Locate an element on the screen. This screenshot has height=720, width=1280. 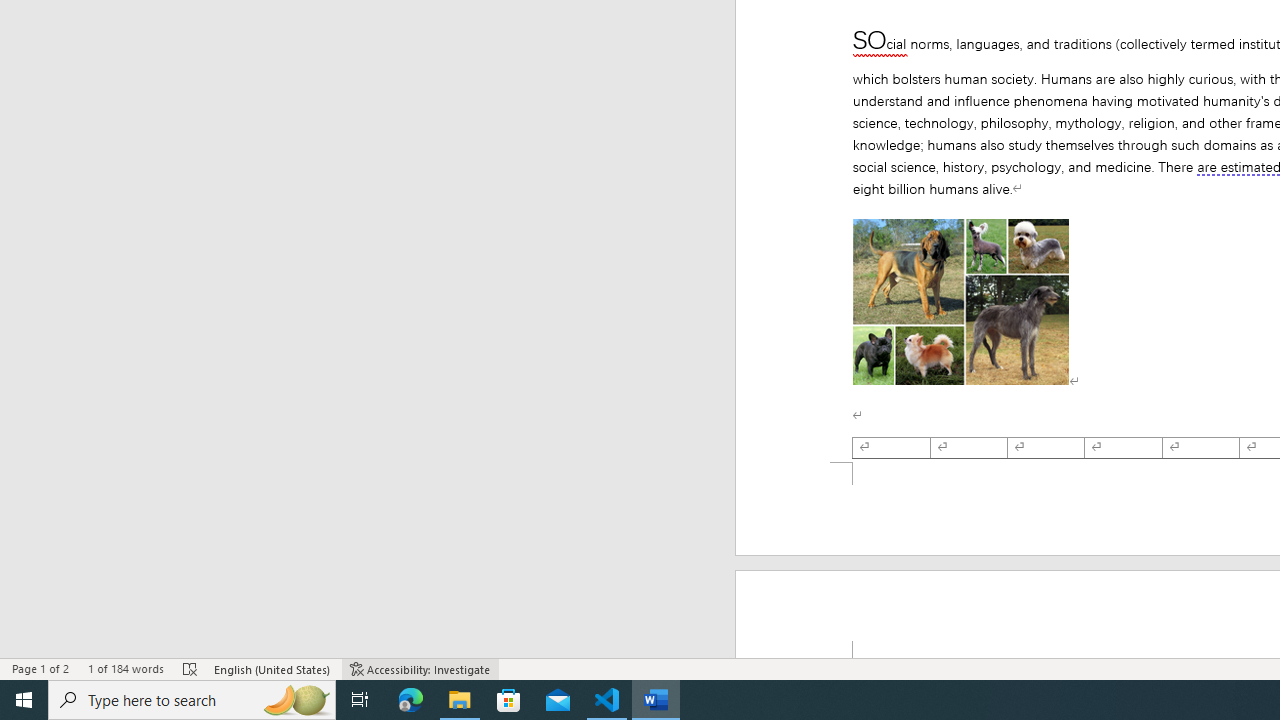
'Spelling and Grammar Check Errors' is located at coordinates (191, 669).